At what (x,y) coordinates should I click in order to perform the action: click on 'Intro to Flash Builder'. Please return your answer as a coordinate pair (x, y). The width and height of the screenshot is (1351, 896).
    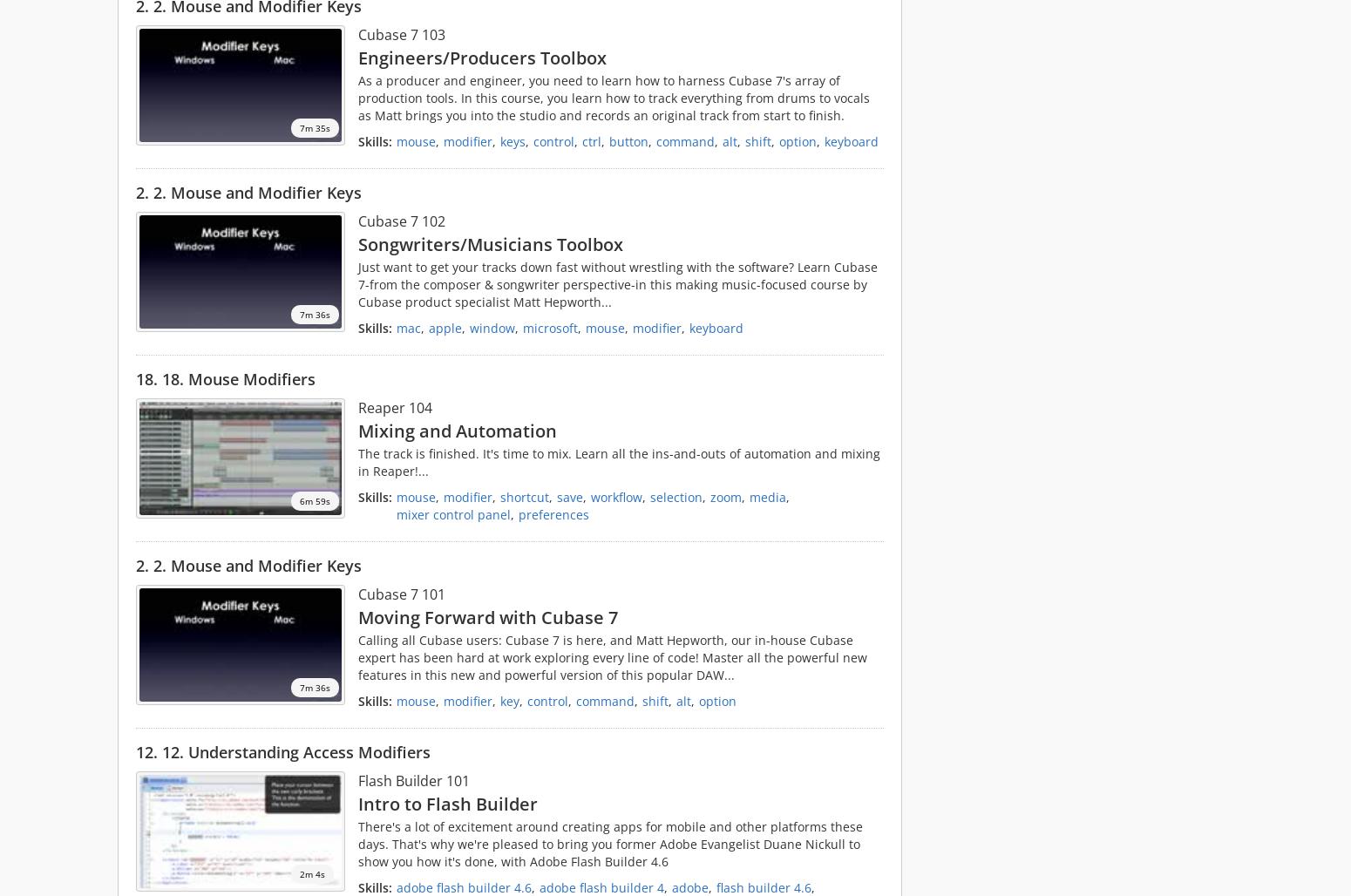
    Looking at the image, I should click on (446, 803).